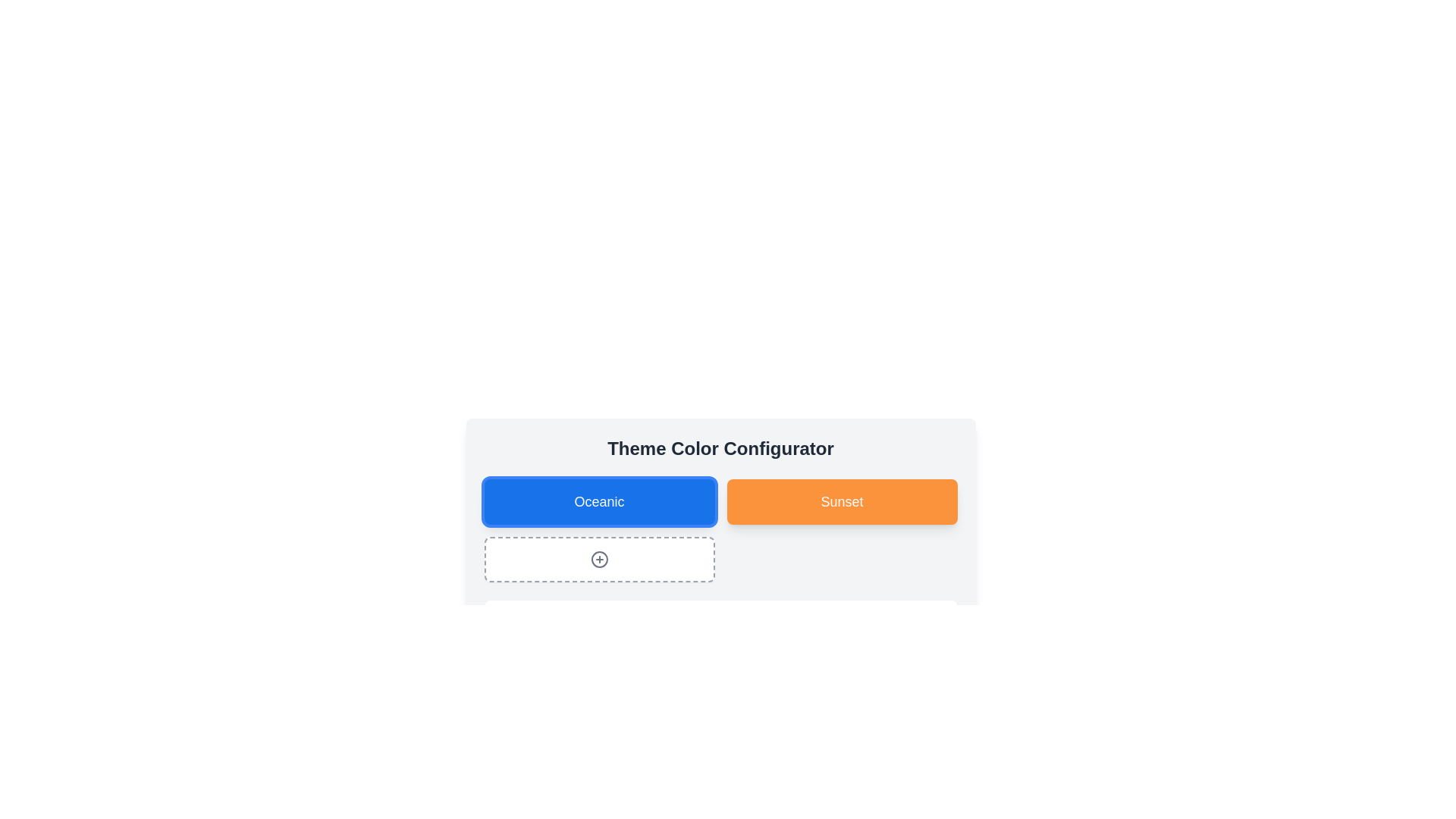 The image size is (1456, 819). I want to click on the actionable icon button below the 'Oceanic' and 'Sunset' buttons, so click(598, 559).